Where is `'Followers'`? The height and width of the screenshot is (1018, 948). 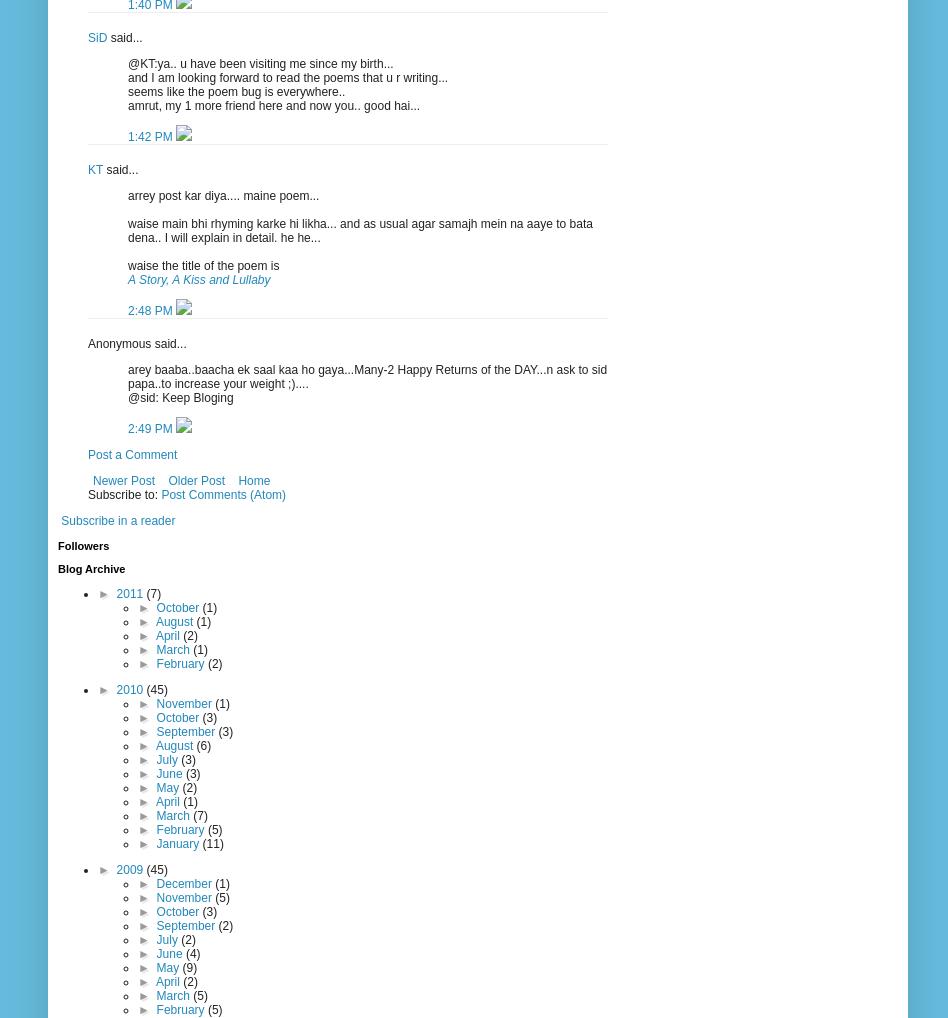 'Followers' is located at coordinates (83, 544).